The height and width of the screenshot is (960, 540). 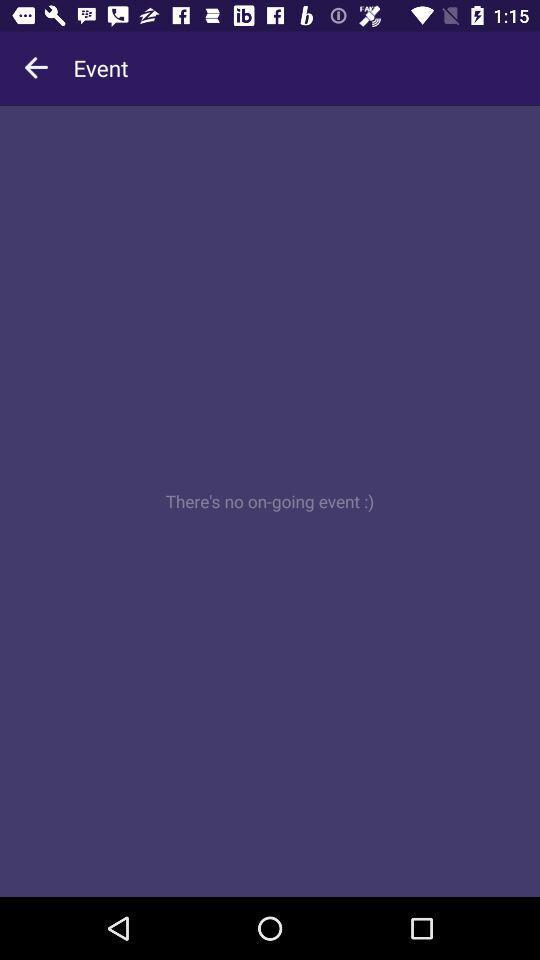 What do you see at coordinates (36, 68) in the screenshot?
I see `the arrow_backward icon` at bounding box center [36, 68].